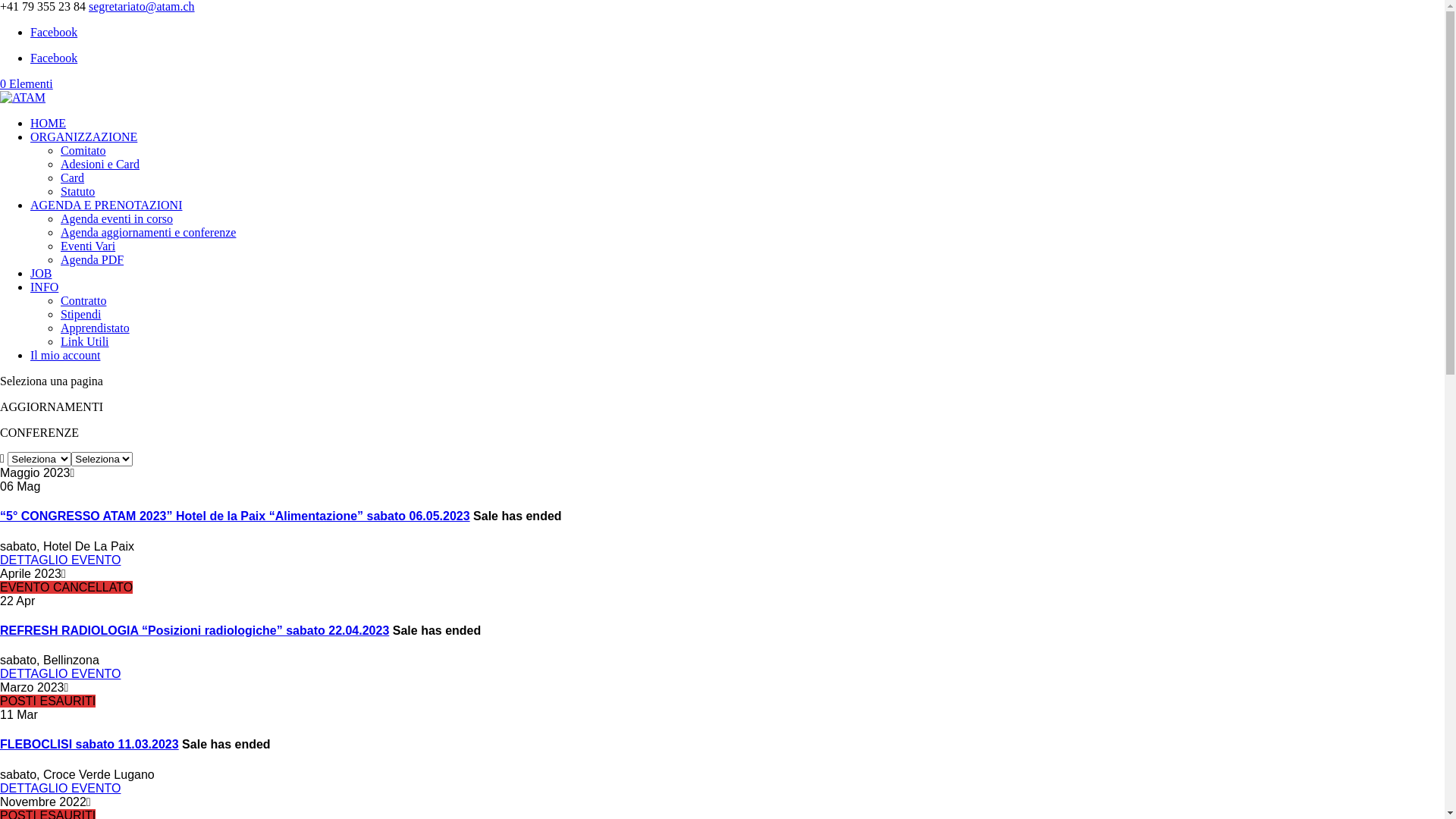 This screenshot has height=819, width=1456. Describe the element at coordinates (30, 122) in the screenshot. I see `'HOME'` at that location.